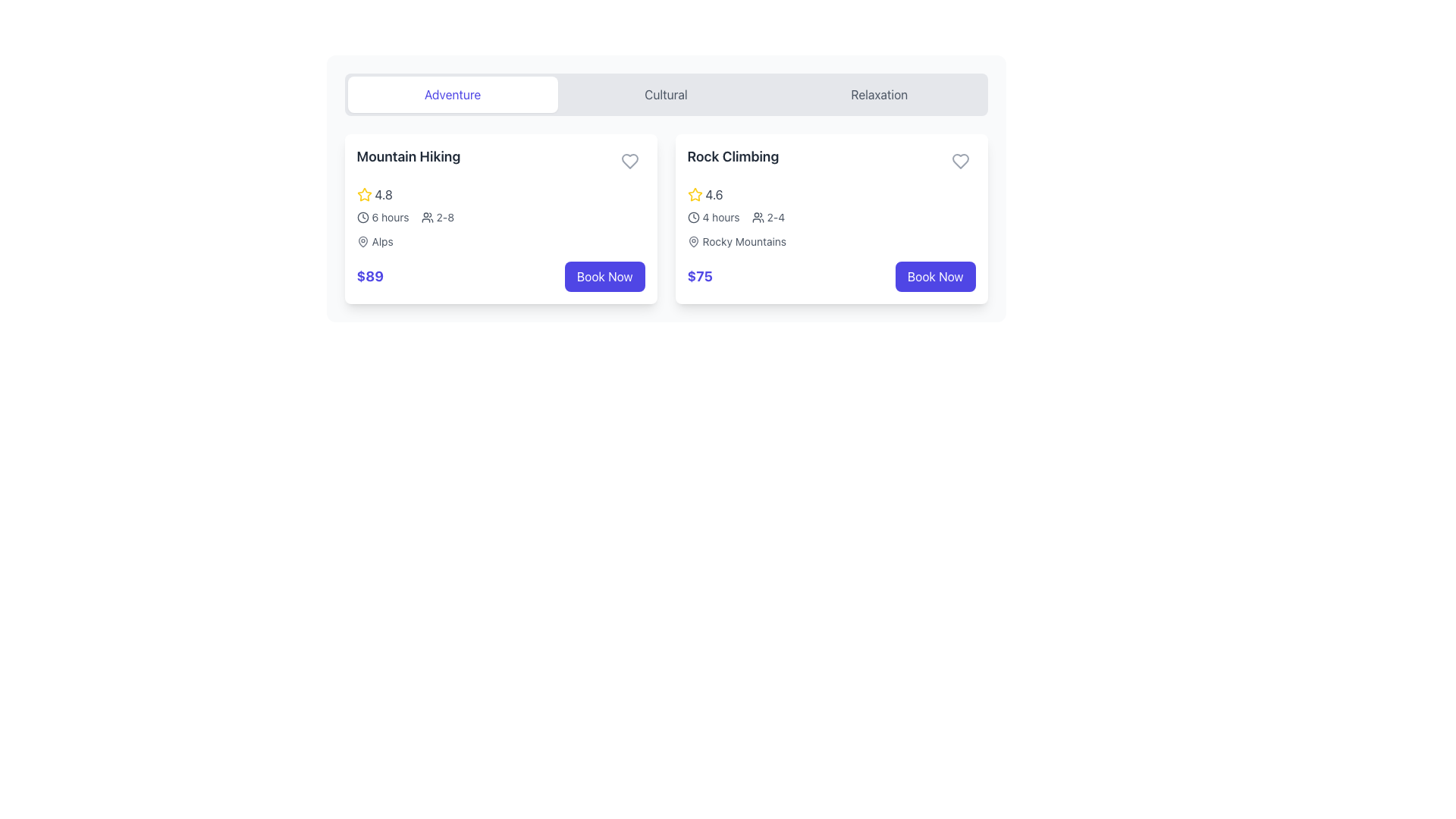  Describe the element at coordinates (629, 161) in the screenshot. I see `the favorite or like button located in the upper-right corner of the Mountain Hiking card to interact` at that location.